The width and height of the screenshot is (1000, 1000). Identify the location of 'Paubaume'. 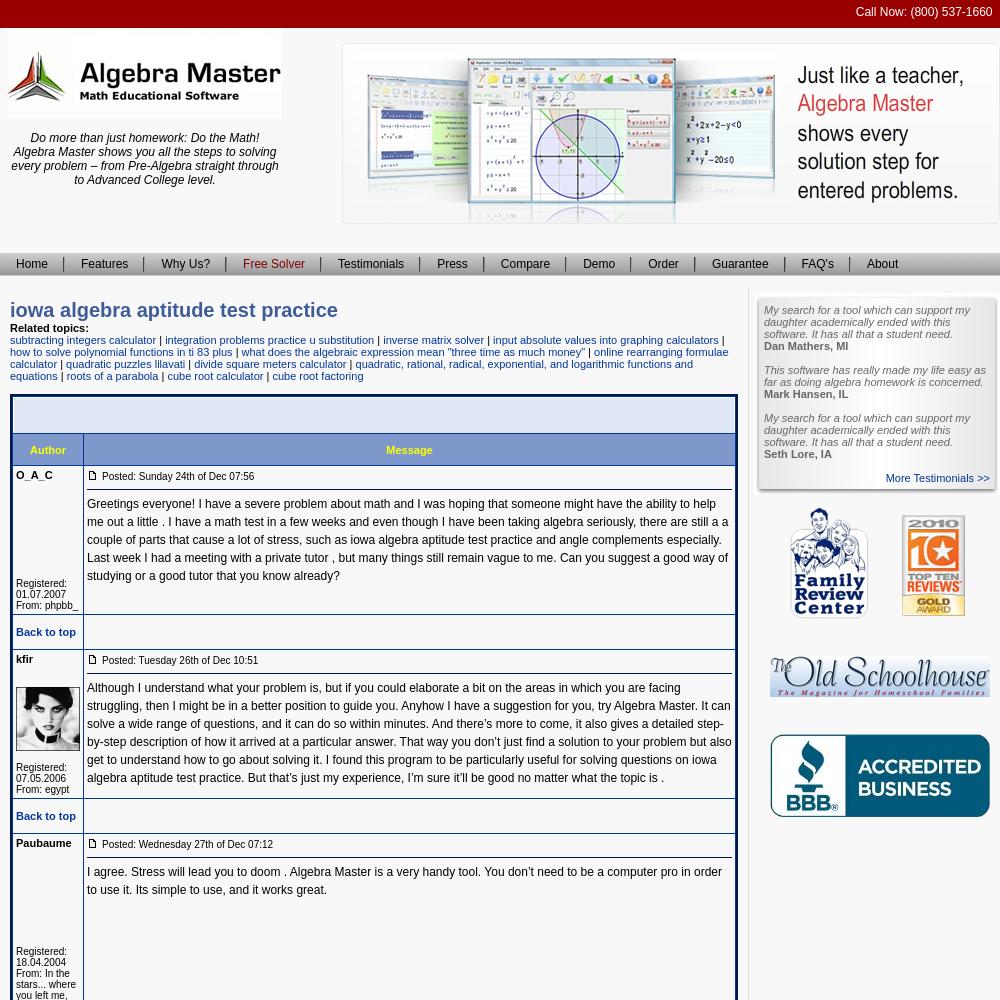
(16, 842).